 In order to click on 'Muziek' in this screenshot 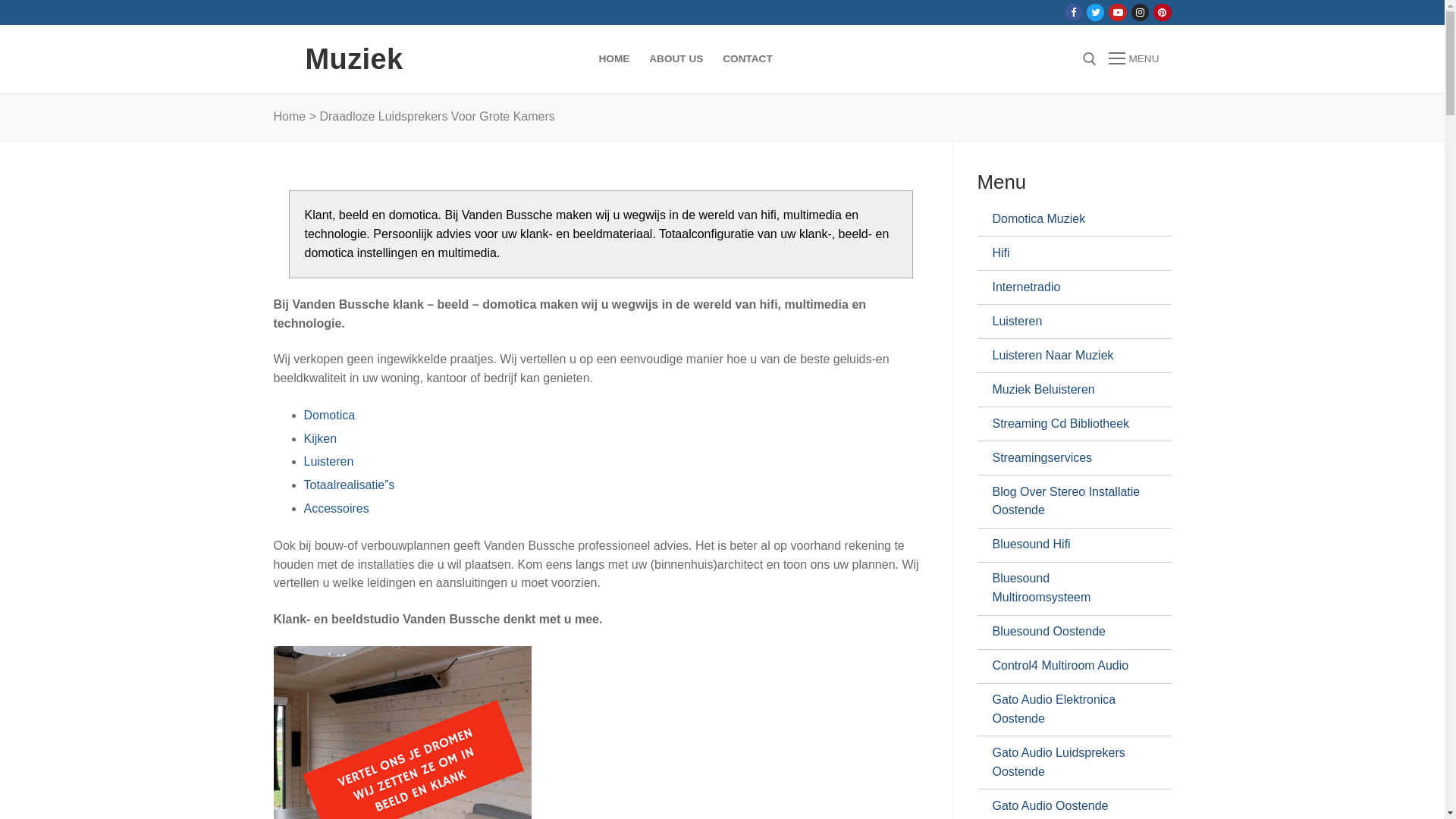, I will do `click(353, 58)`.